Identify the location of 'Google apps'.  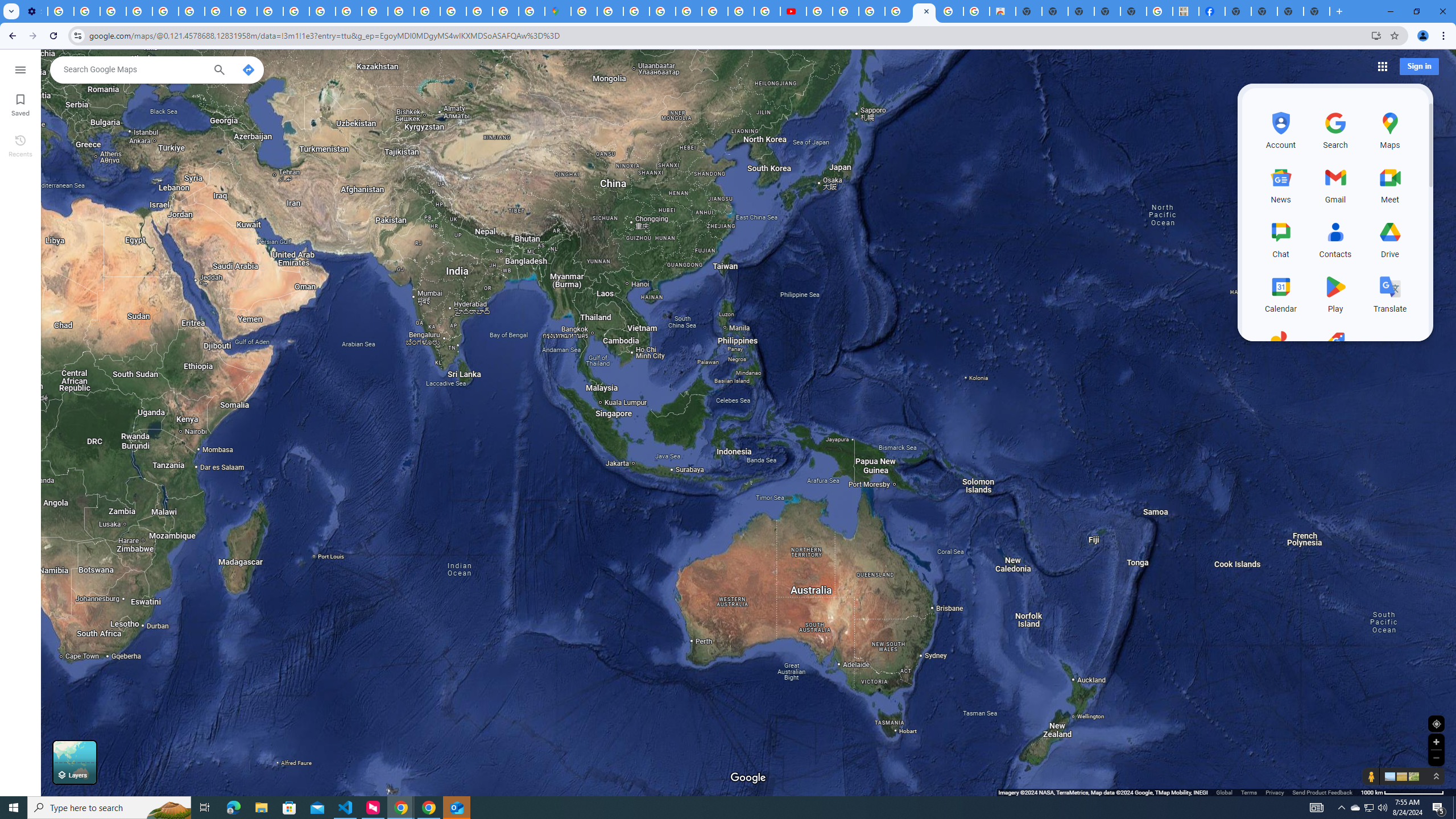
(1381, 65).